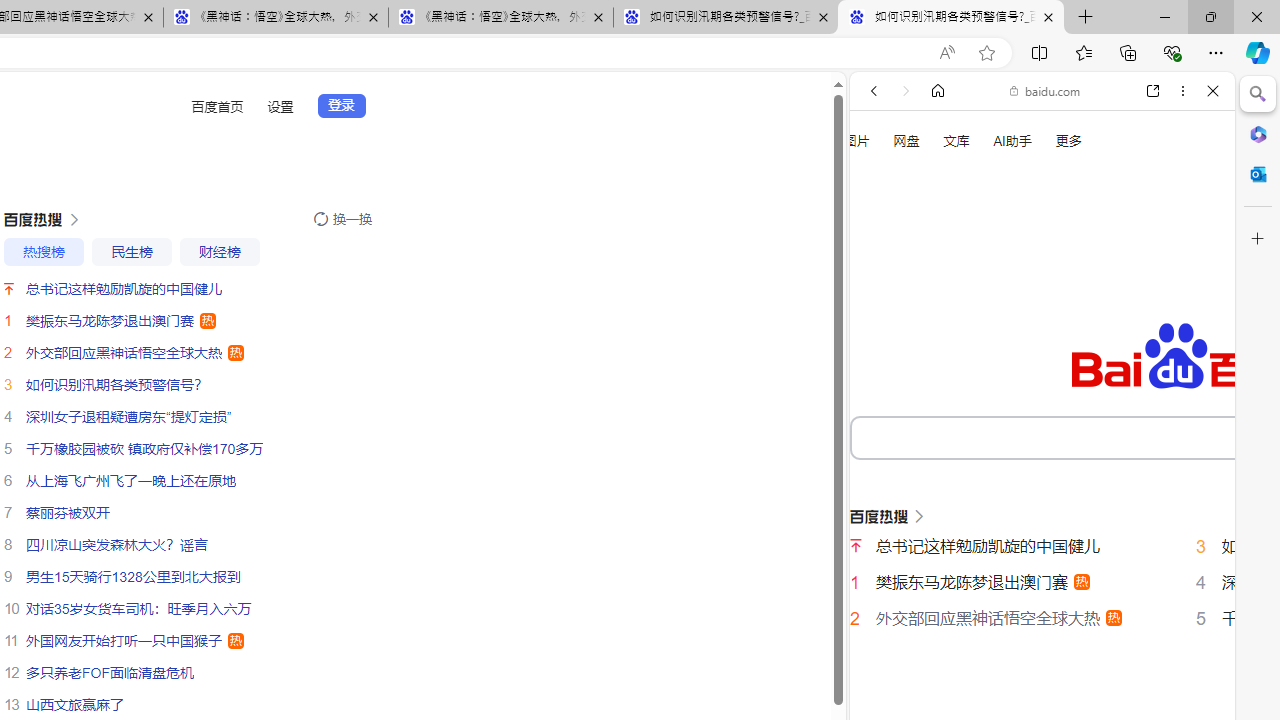 This screenshot has height=720, width=1280. What do you see at coordinates (1051, 137) in the screenshot?
I see `'Search the web'` at bounding box center [1051, 137].